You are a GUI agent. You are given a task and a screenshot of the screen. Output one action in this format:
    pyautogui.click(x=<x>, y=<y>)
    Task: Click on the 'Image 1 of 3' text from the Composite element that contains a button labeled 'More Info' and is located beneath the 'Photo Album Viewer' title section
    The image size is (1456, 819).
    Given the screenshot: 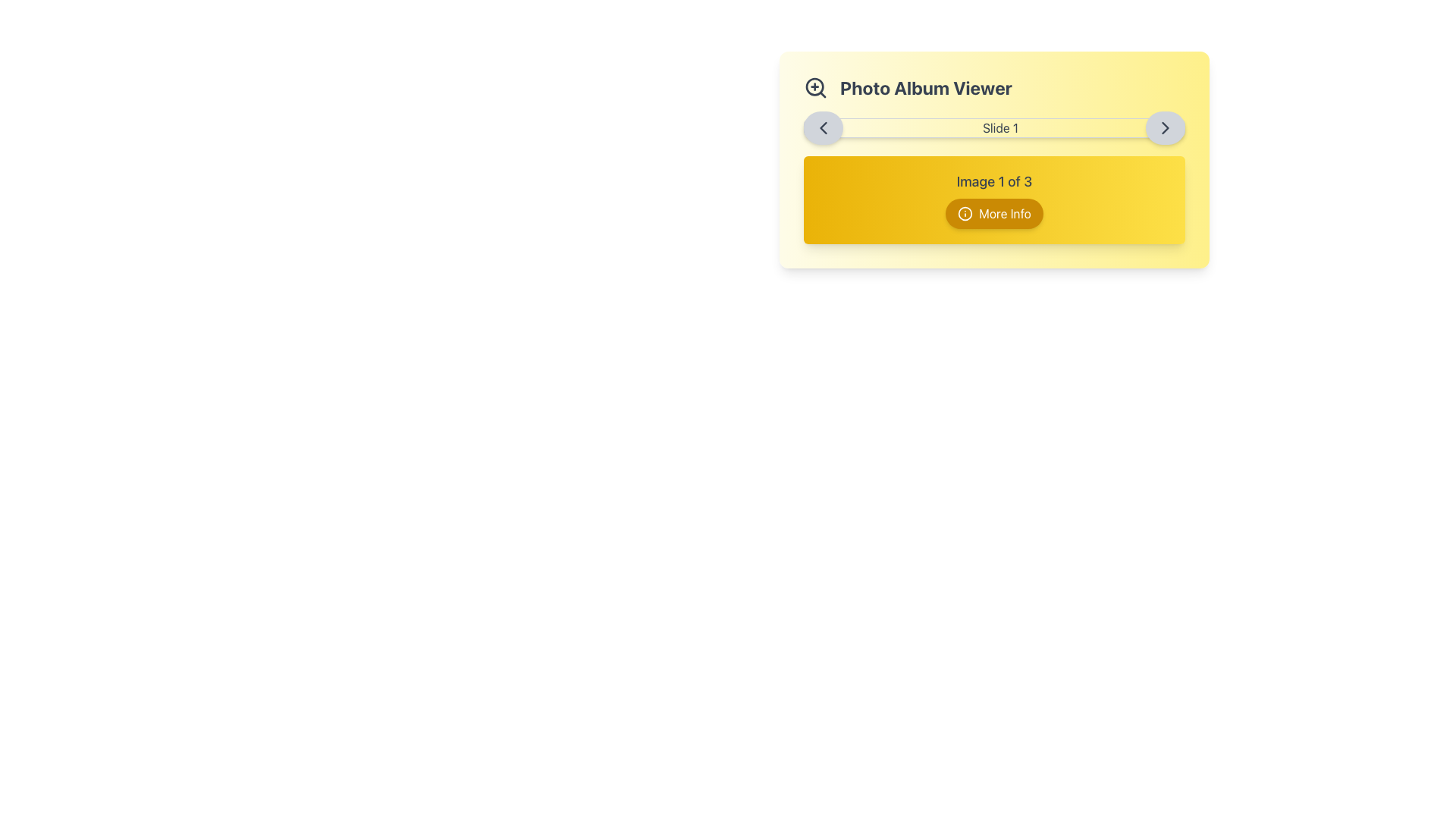 What is the action you would take?
    pyautogui.click(x=994, y=199)
    